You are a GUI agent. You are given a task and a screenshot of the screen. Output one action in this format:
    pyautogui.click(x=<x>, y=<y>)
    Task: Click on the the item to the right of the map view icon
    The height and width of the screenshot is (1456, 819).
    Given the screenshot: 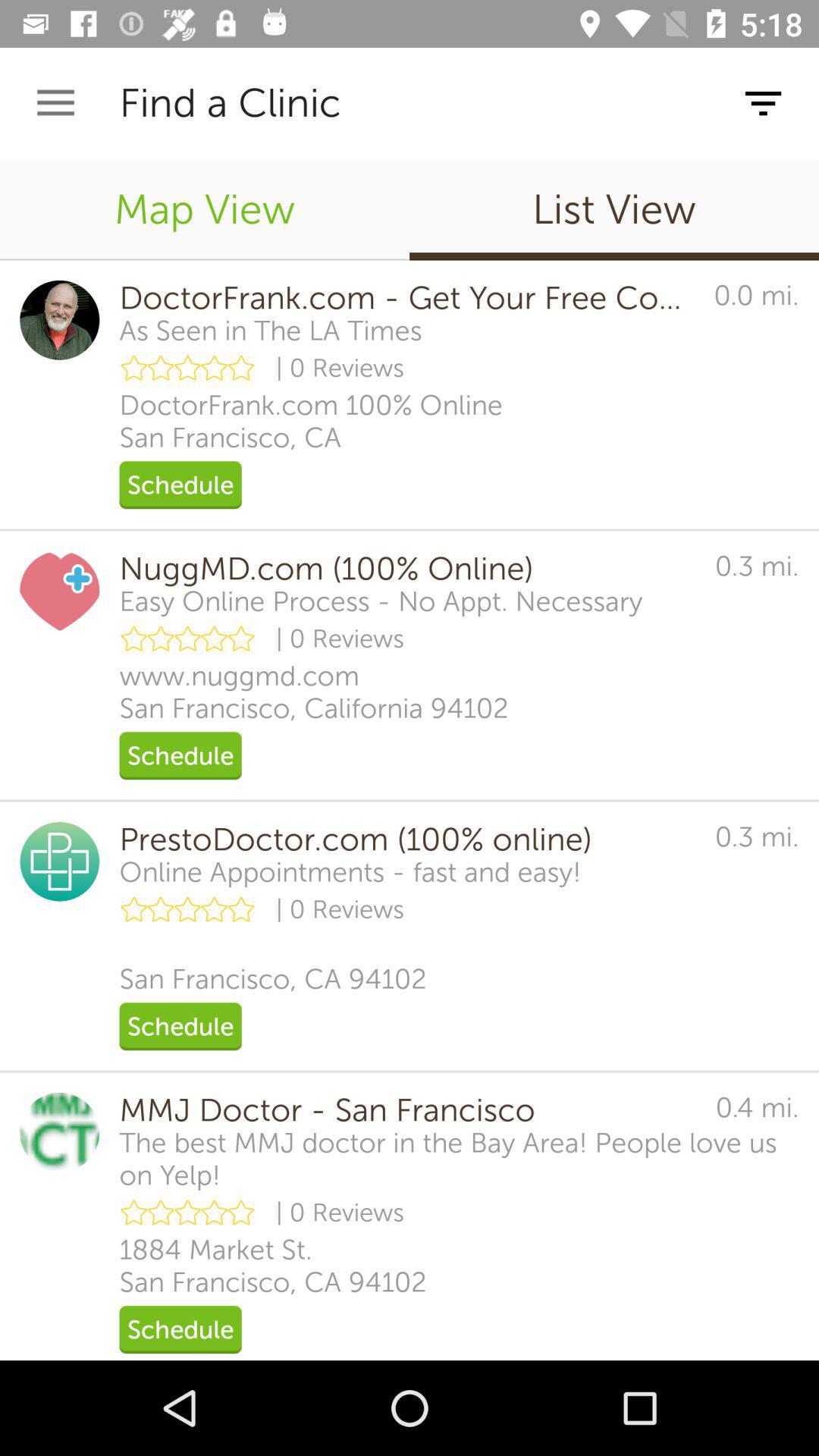 What is the action you would take?
    pyautogui.click(x=614, y=209)
    